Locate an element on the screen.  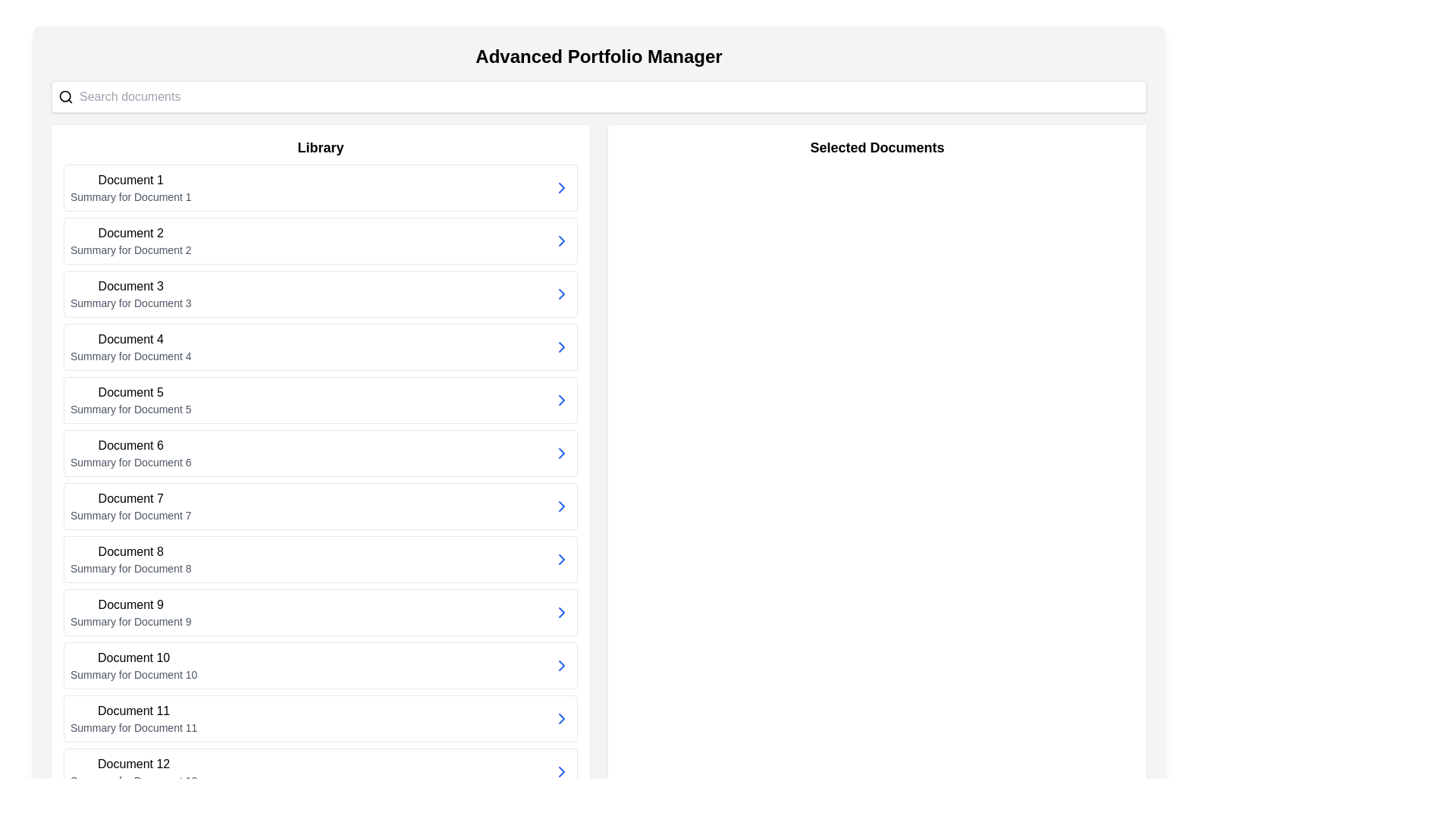
the blue rightward-pointing chevron arrow icon located in the 'Library' section, associated with 'Document 3' is located at coordinates (560, 294).